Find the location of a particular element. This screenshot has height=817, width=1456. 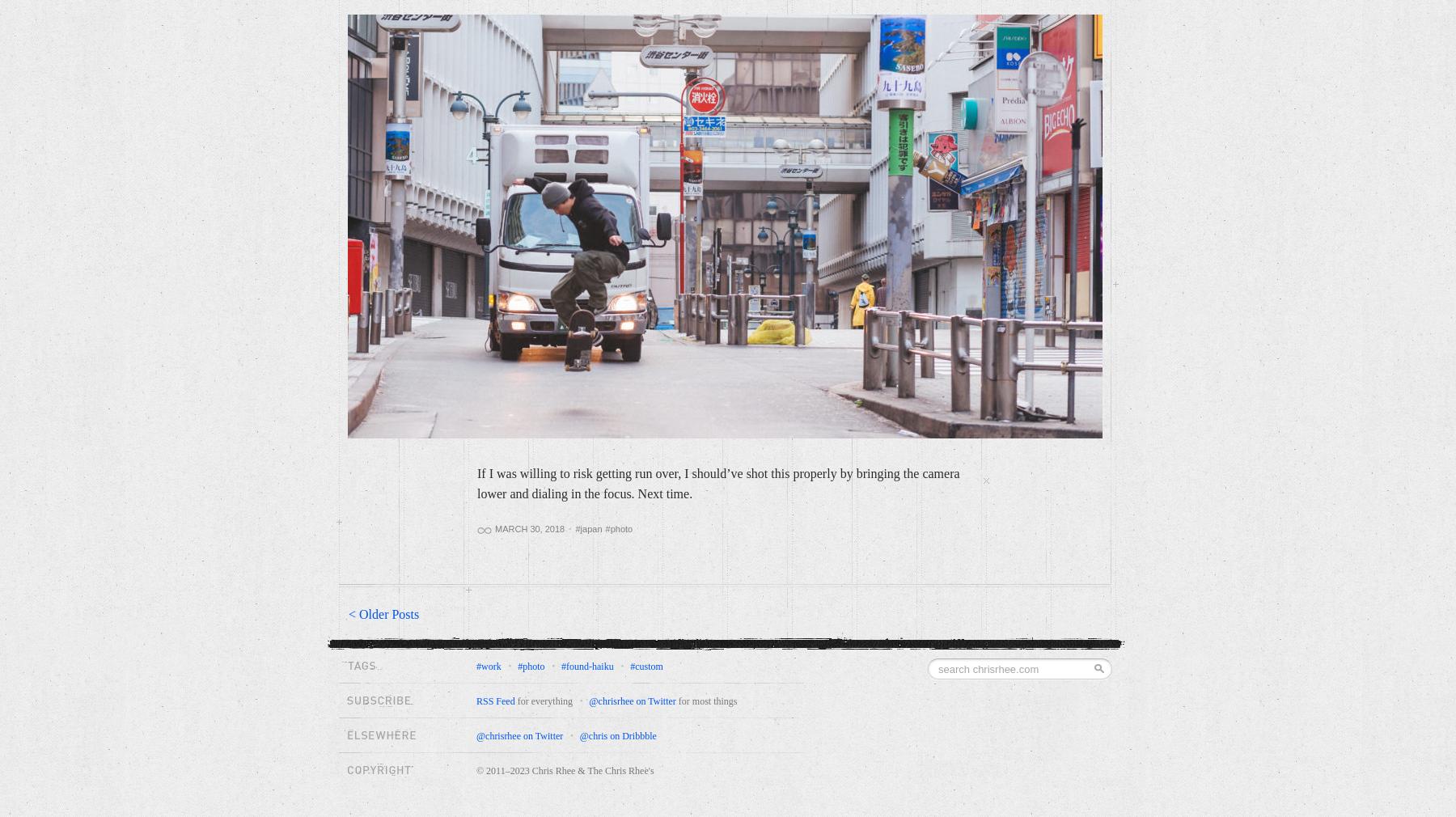

'© 2011–2023 Chris Rhee & The Chris Rhee's' is located at coordinates (476, 771).